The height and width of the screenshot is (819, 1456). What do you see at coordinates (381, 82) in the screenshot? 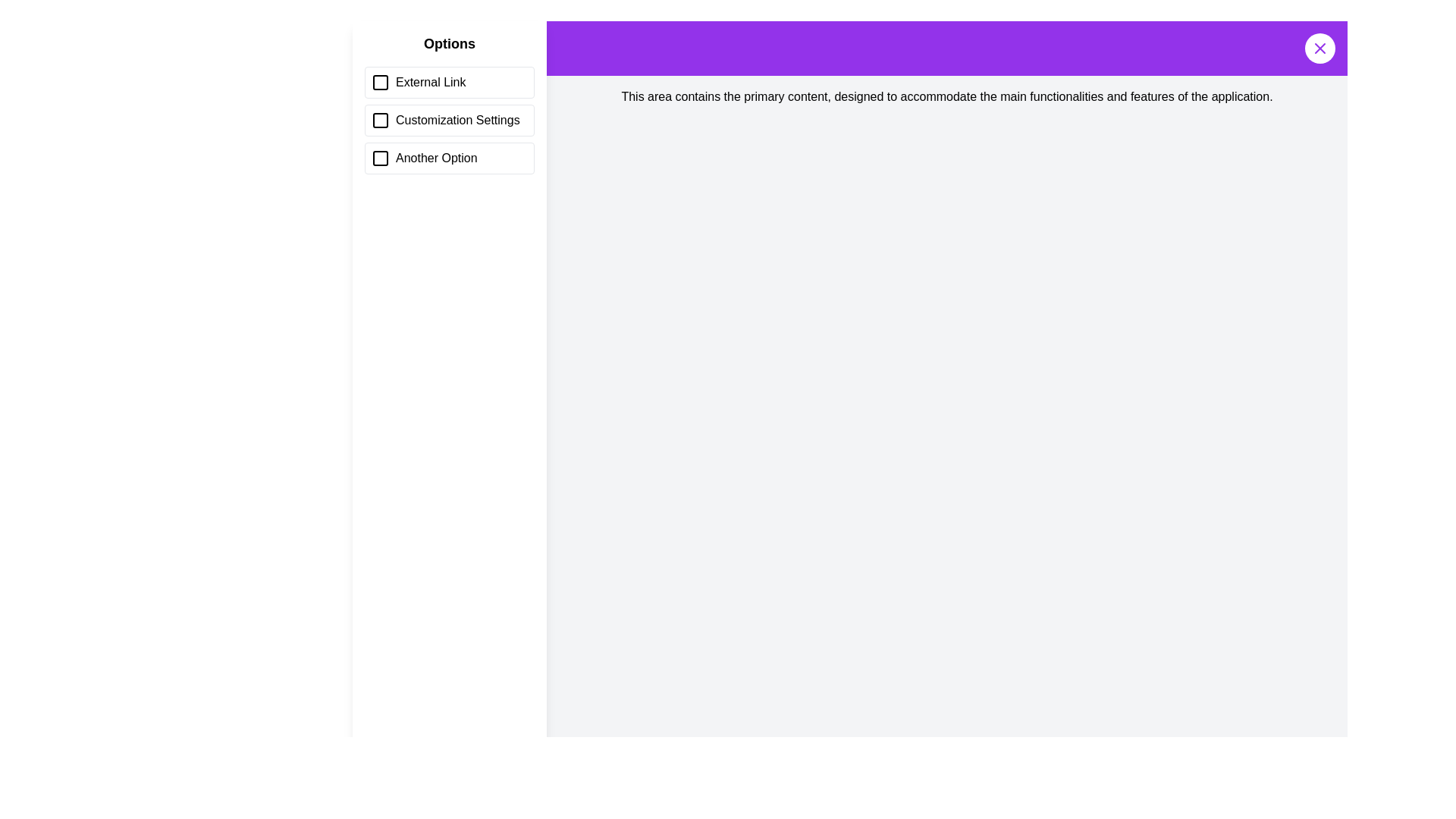
I see `the graphical icon indicating a checkbox located to the left of the 'External Link' label in the options list` at bounding box center [381, 82].